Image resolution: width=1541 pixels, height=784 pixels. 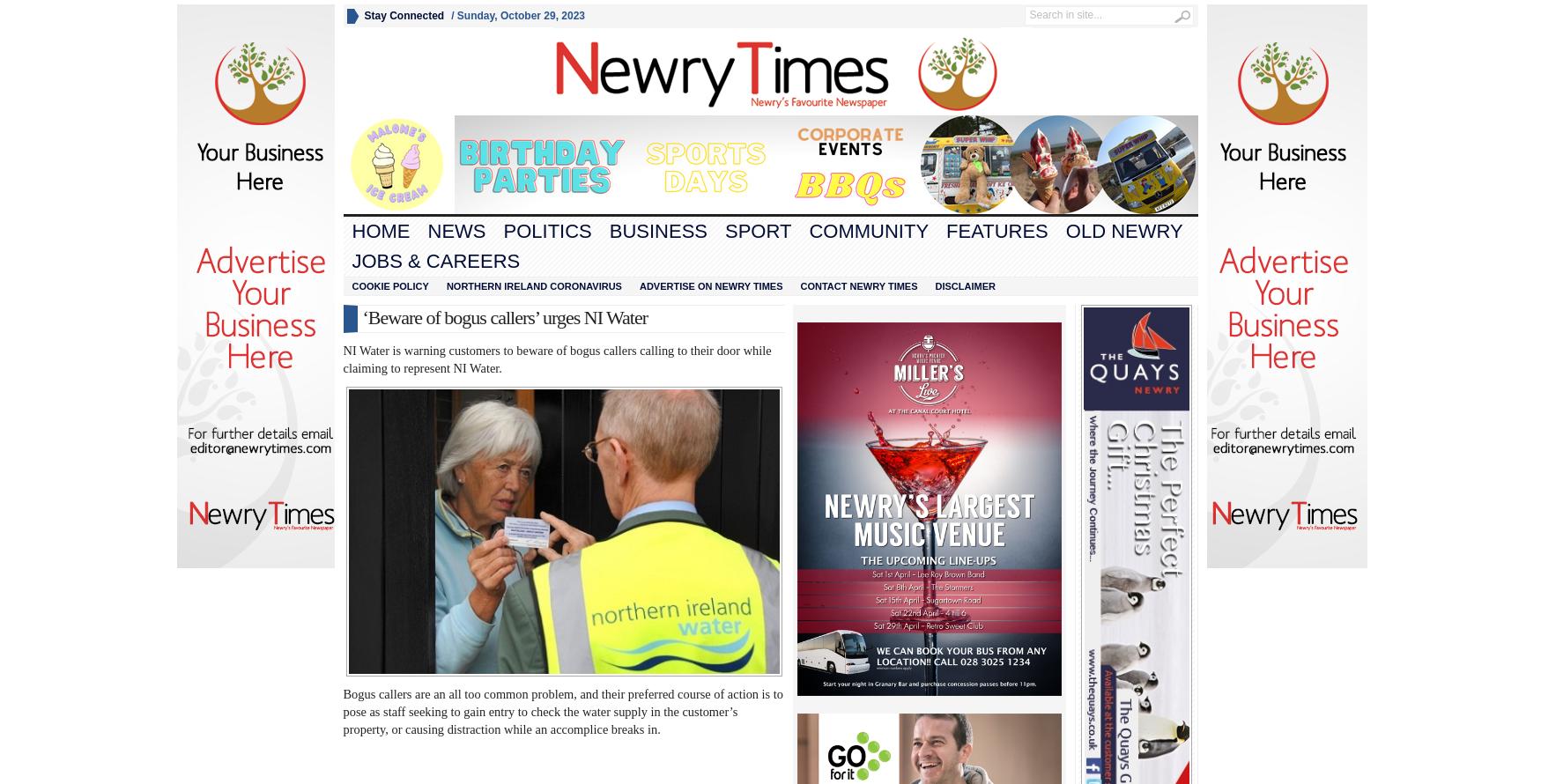 I want to click on 'Northern Ireland Coronavirus', so click(x=532, y=286).